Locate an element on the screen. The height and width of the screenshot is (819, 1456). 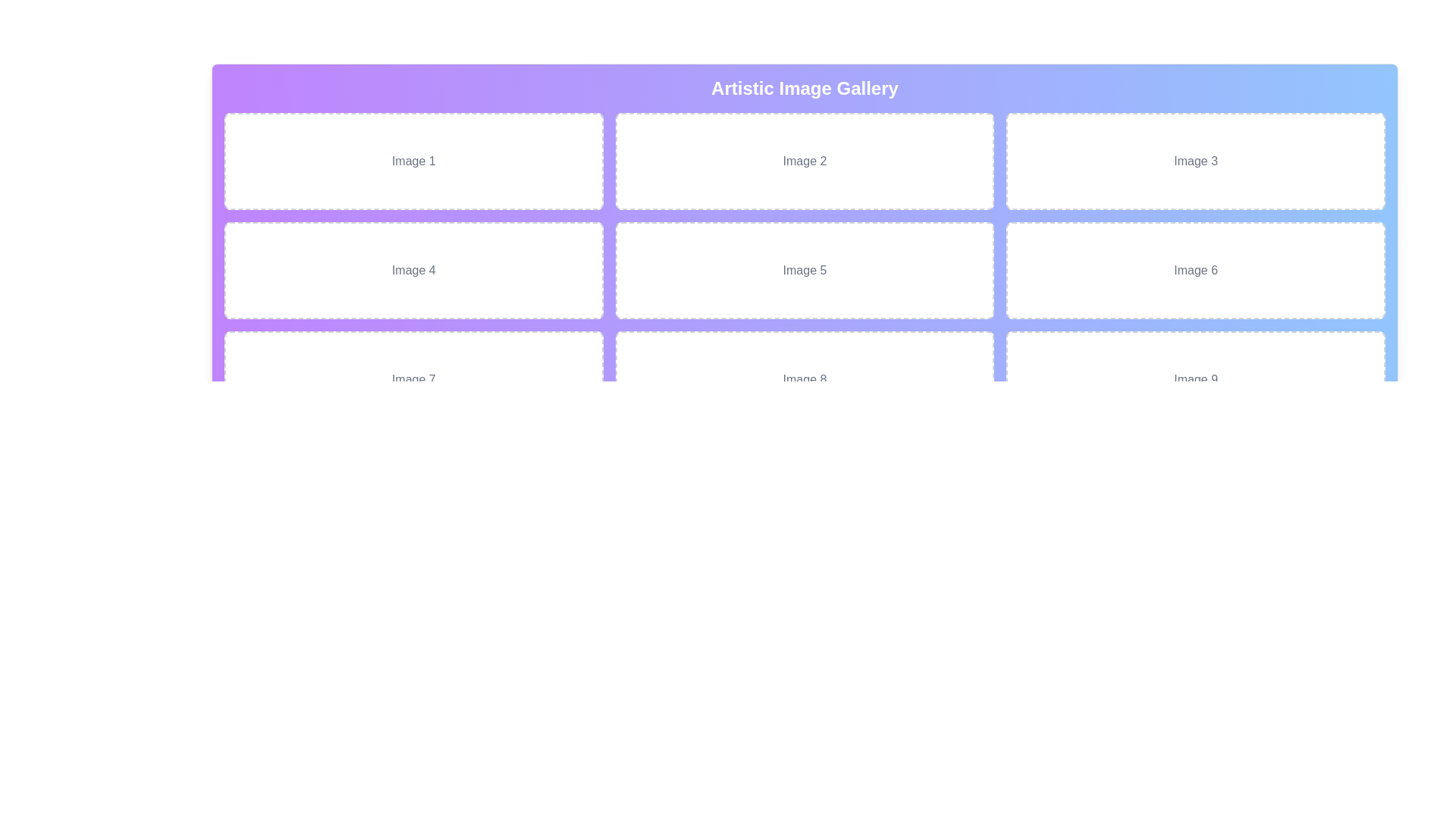
the static content placeholder labeled 'Image 2', located in the second column of the first row of a 3x3 grid structure is located at coordinates (804, 161).